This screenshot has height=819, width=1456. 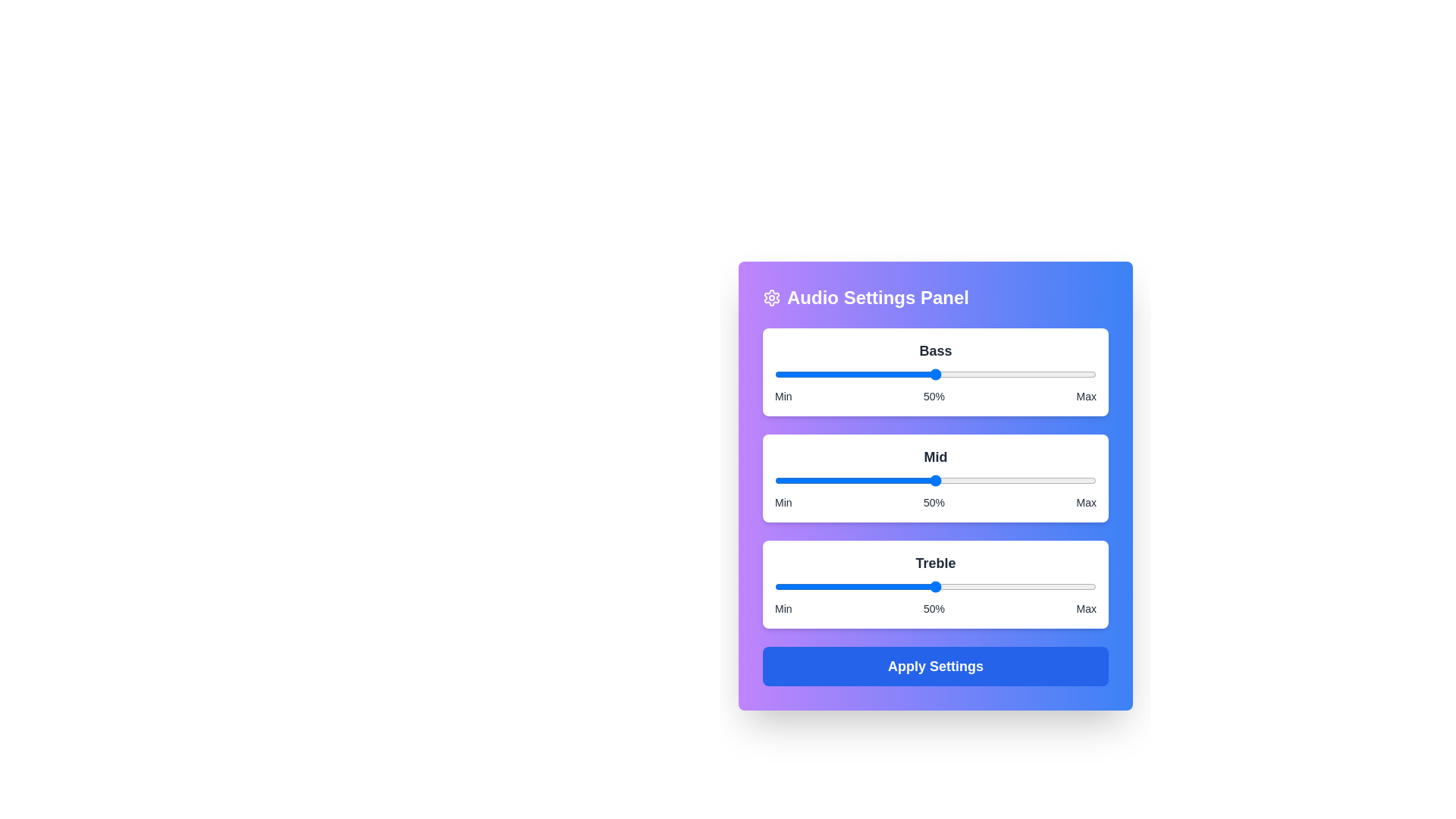 I want to click on slider, so click(x=957, y=480).